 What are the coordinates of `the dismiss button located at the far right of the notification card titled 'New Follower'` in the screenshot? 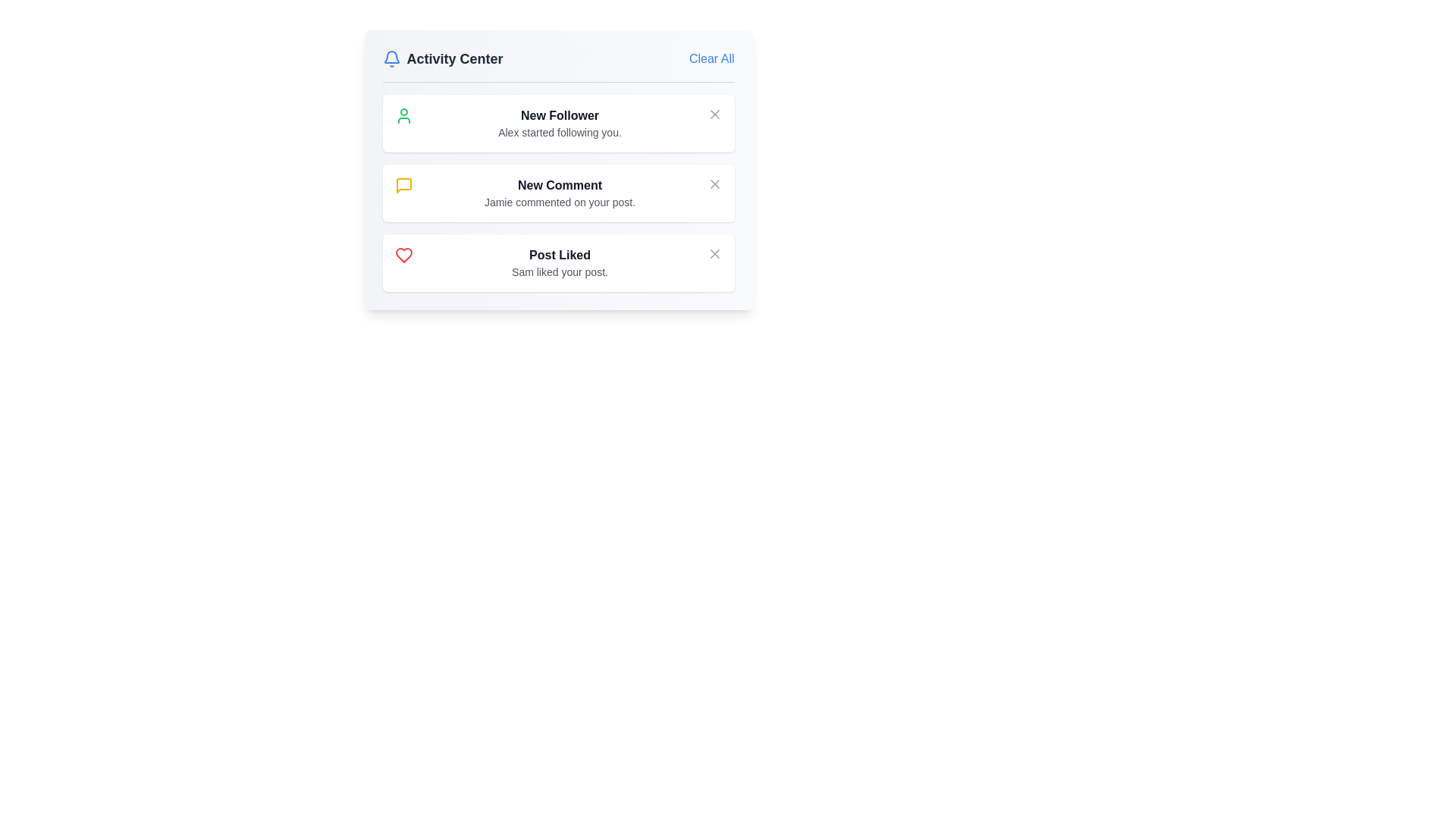 It's located at (714, 113).